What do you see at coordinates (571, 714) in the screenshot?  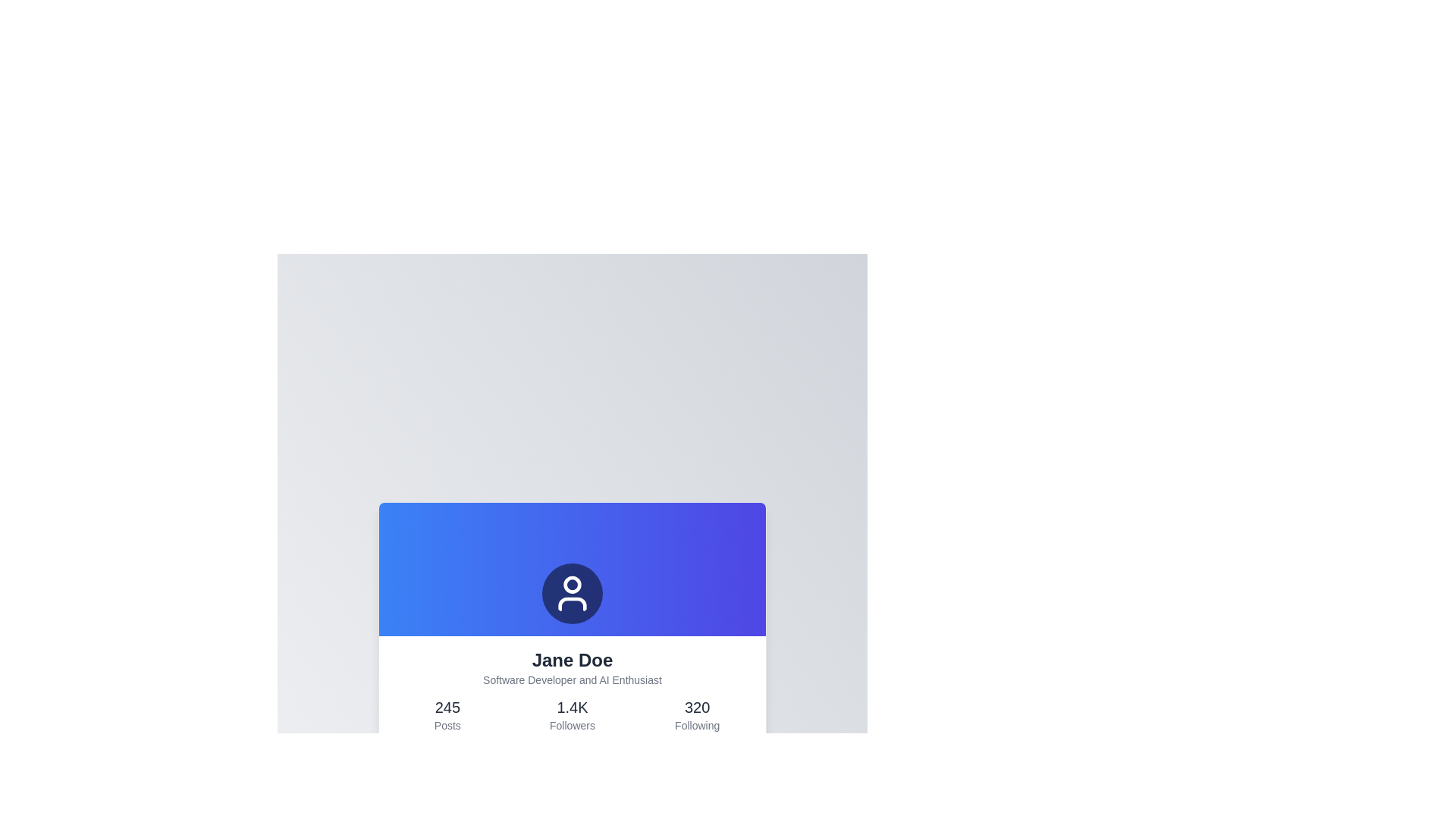 I see `the user statistics element displaying 'Posts', 'Followers', and 'Following' values, which is located directly below the user's name and description` at bounding box center [571, 714].